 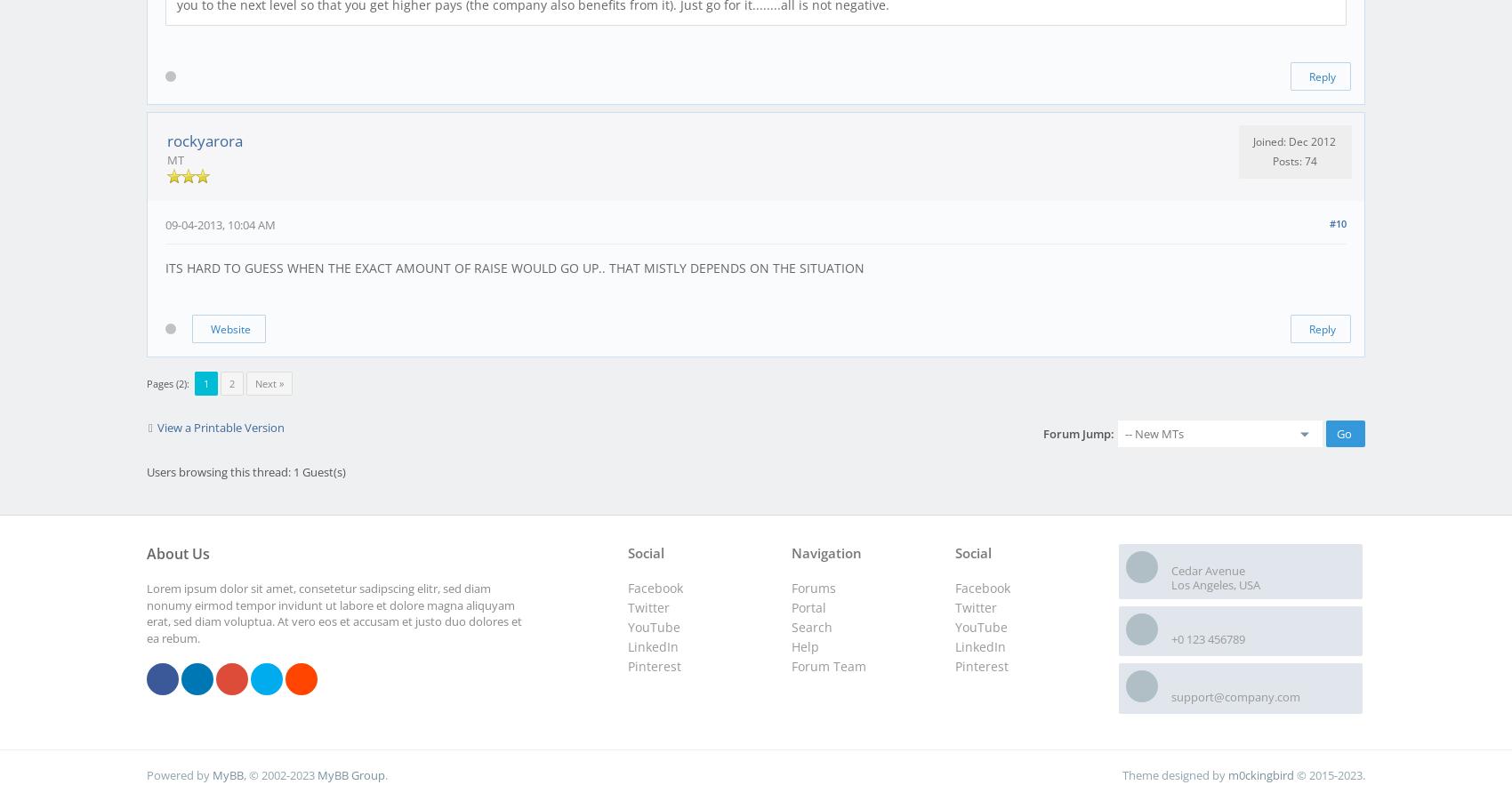 What do you see at coordinates (167, 381) in the screenshot?
I see `'Pages (2):'` at bounding box center [167, 381].